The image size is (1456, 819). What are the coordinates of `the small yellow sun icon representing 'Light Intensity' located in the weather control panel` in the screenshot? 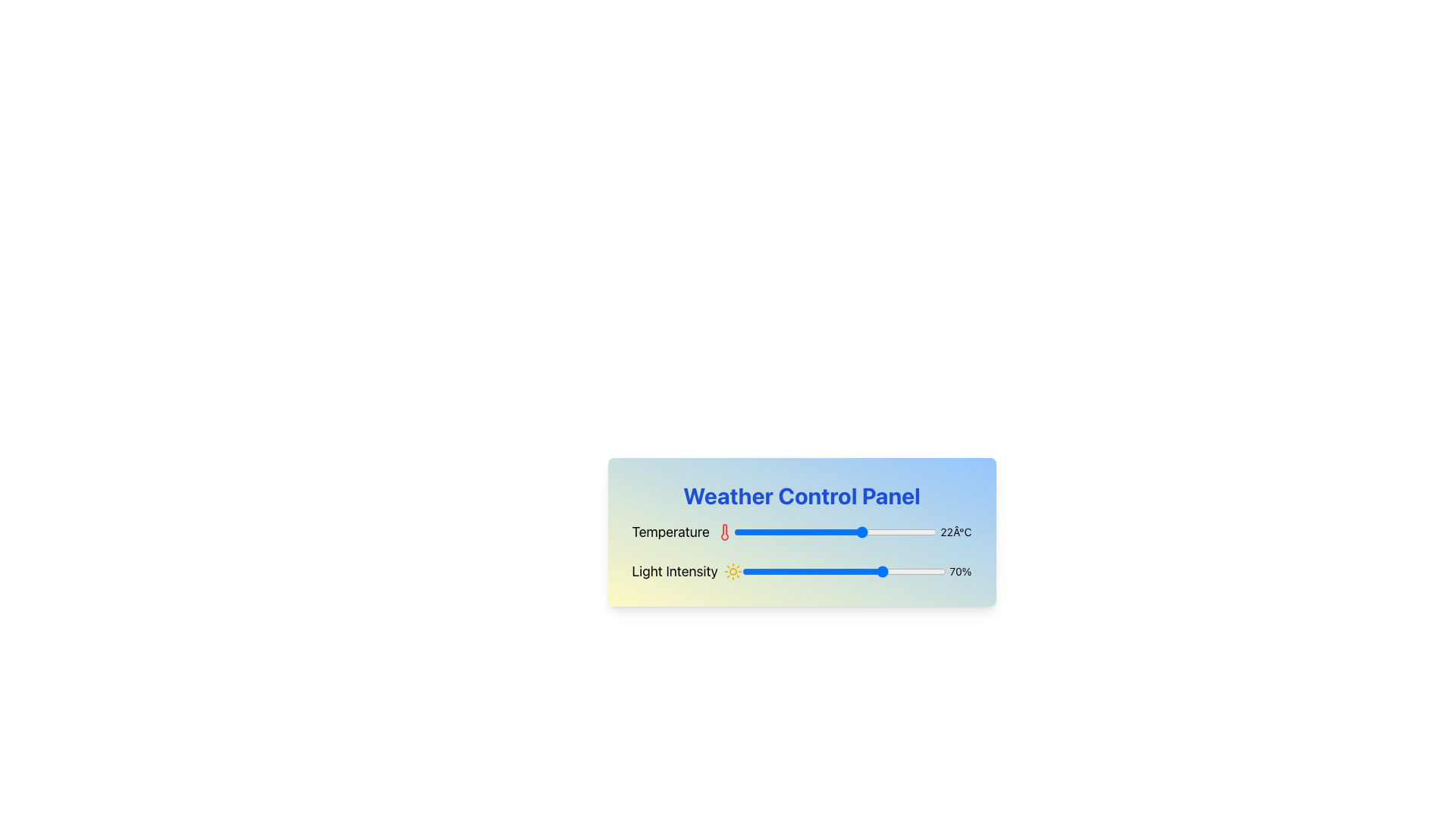 It's located at (733, 571).